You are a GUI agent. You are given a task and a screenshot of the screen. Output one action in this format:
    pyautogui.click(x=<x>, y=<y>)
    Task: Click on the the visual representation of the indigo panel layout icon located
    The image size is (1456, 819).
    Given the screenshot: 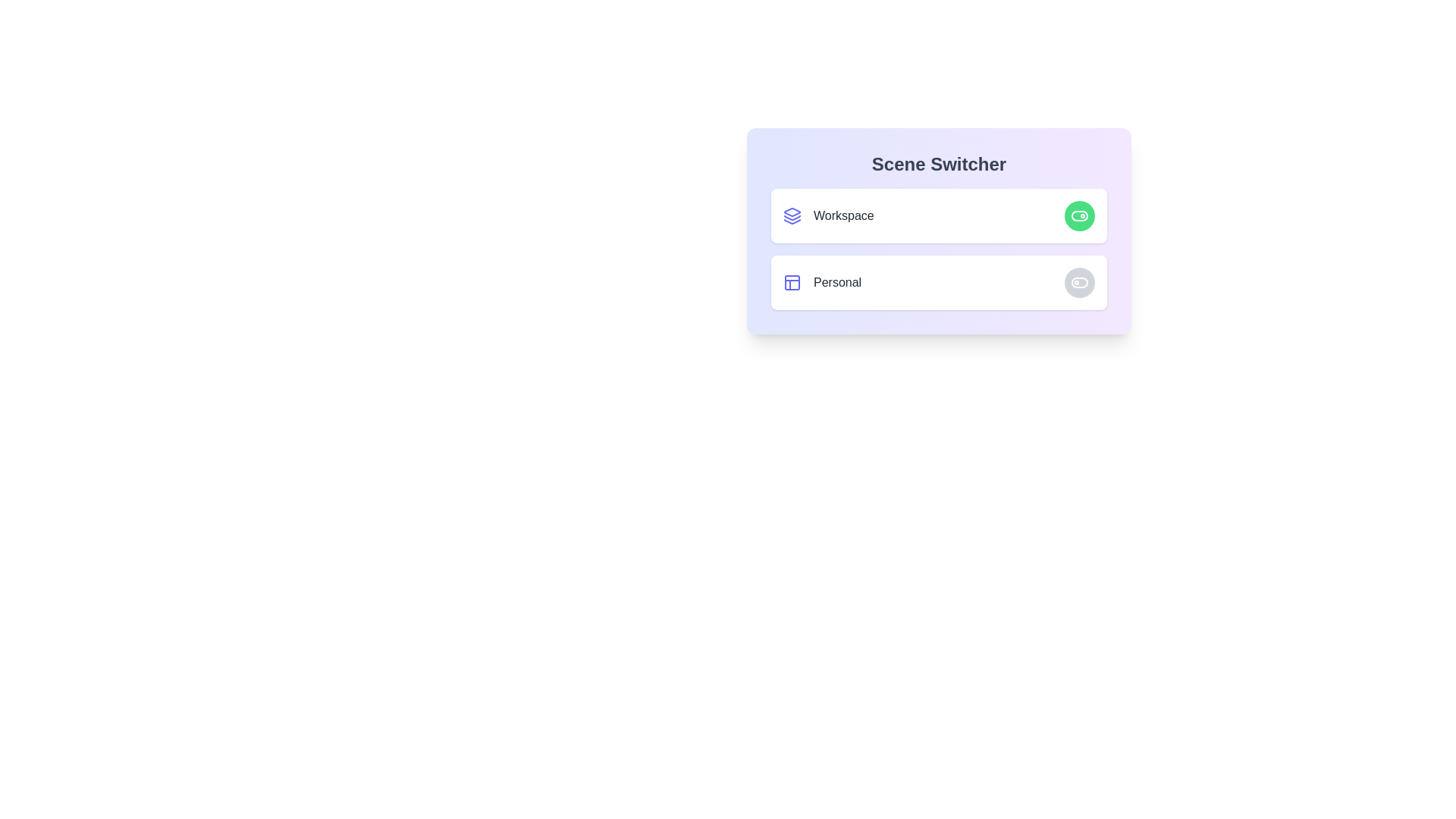 What is the action you would take?
    pyautogui.click(x=792, y=283)
    